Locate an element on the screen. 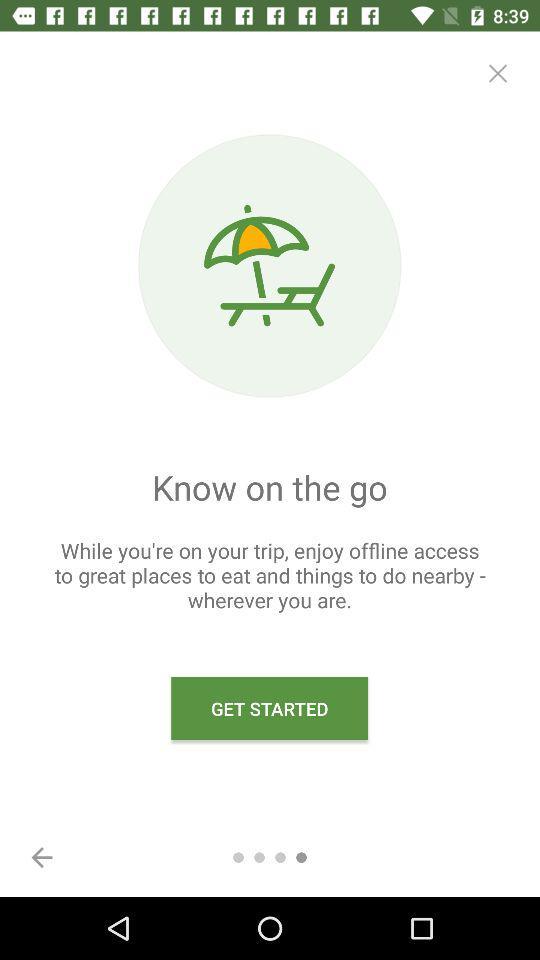 The width and height of the screenshot is (540, 960). the arrow_backward icon is located at coordinates (42, 856).